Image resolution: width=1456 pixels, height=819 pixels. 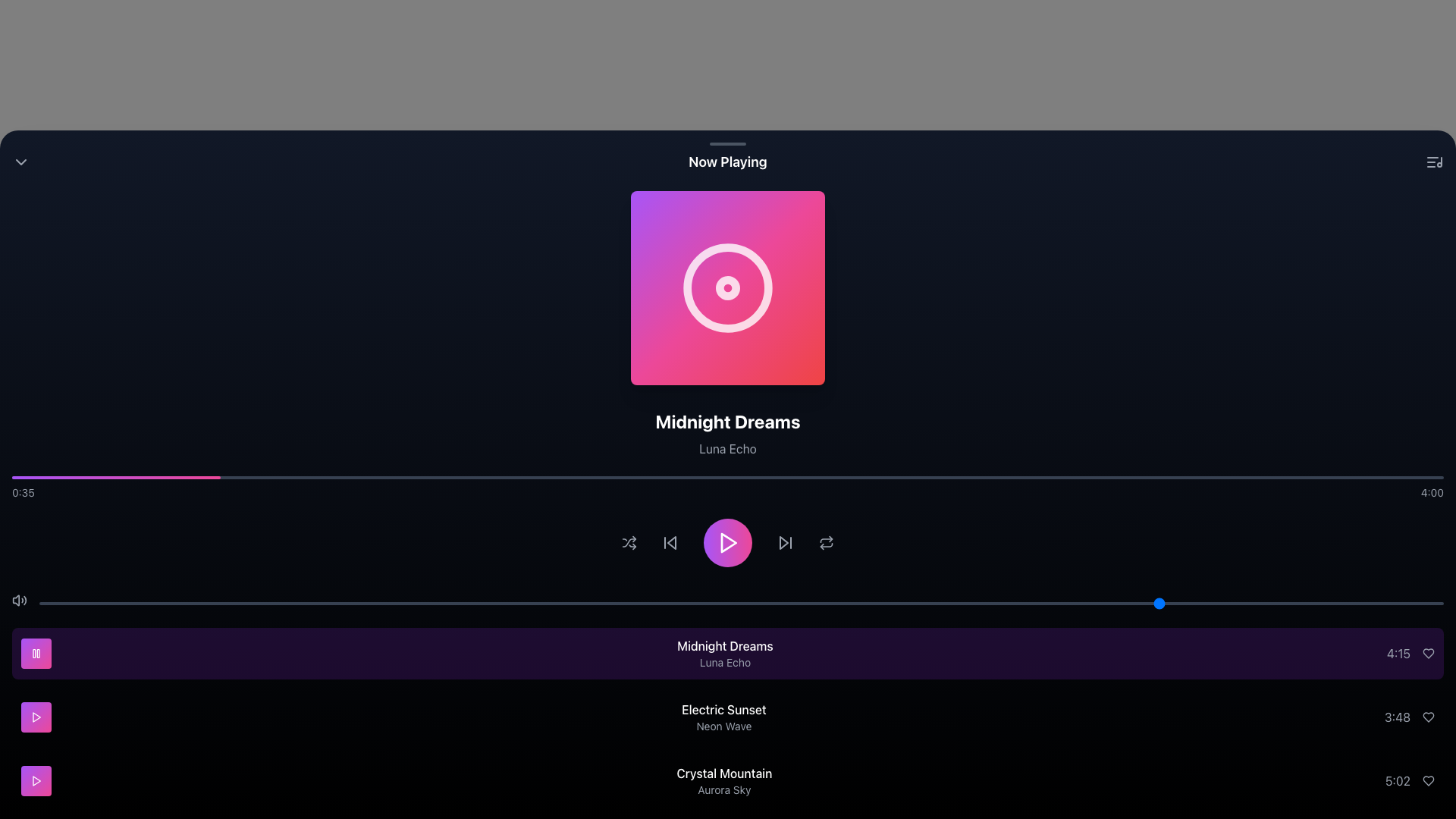 I want to click on the slider value, so click(x=1233, y=602).